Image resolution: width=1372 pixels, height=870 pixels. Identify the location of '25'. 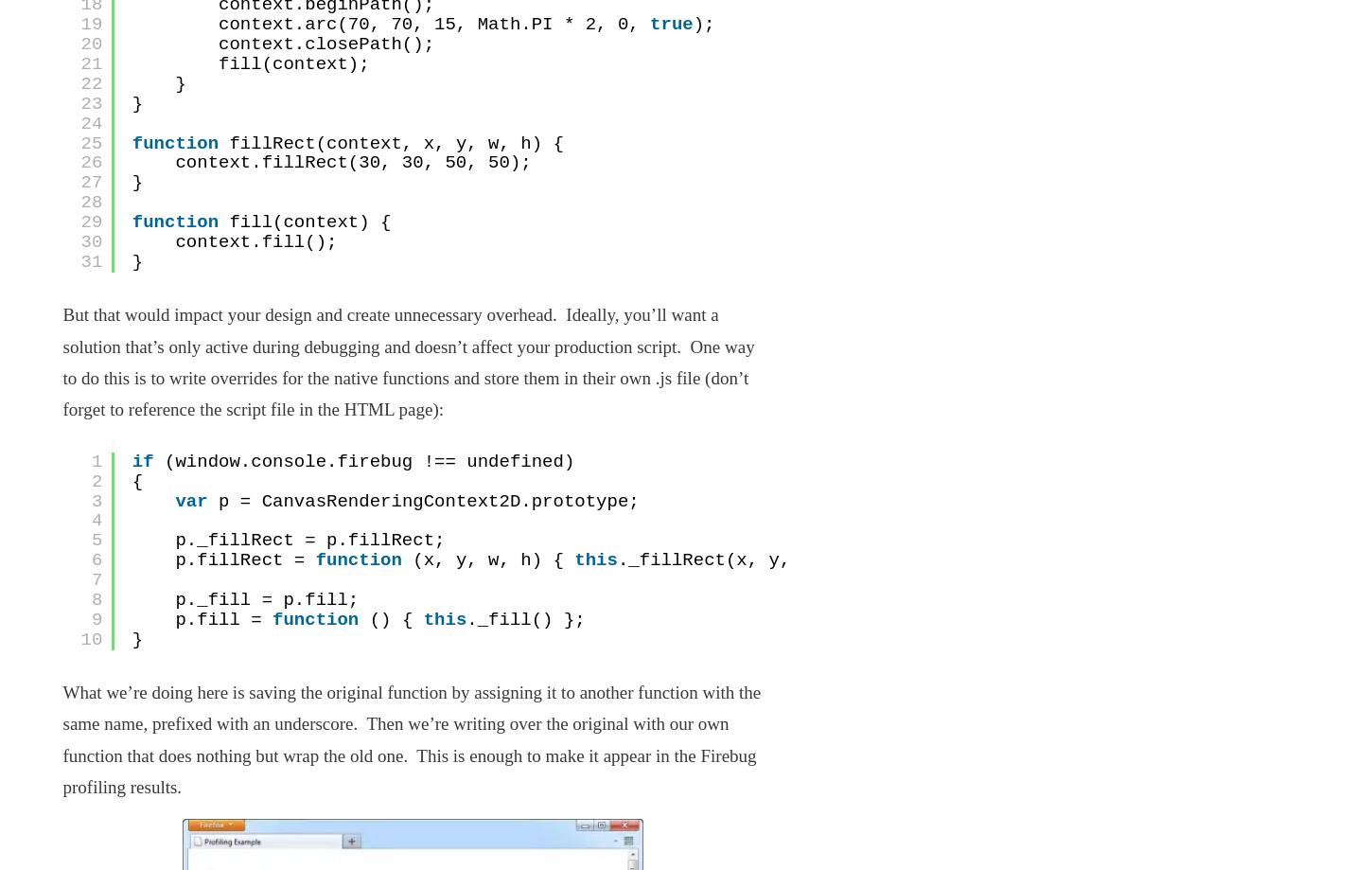
(91, 141).